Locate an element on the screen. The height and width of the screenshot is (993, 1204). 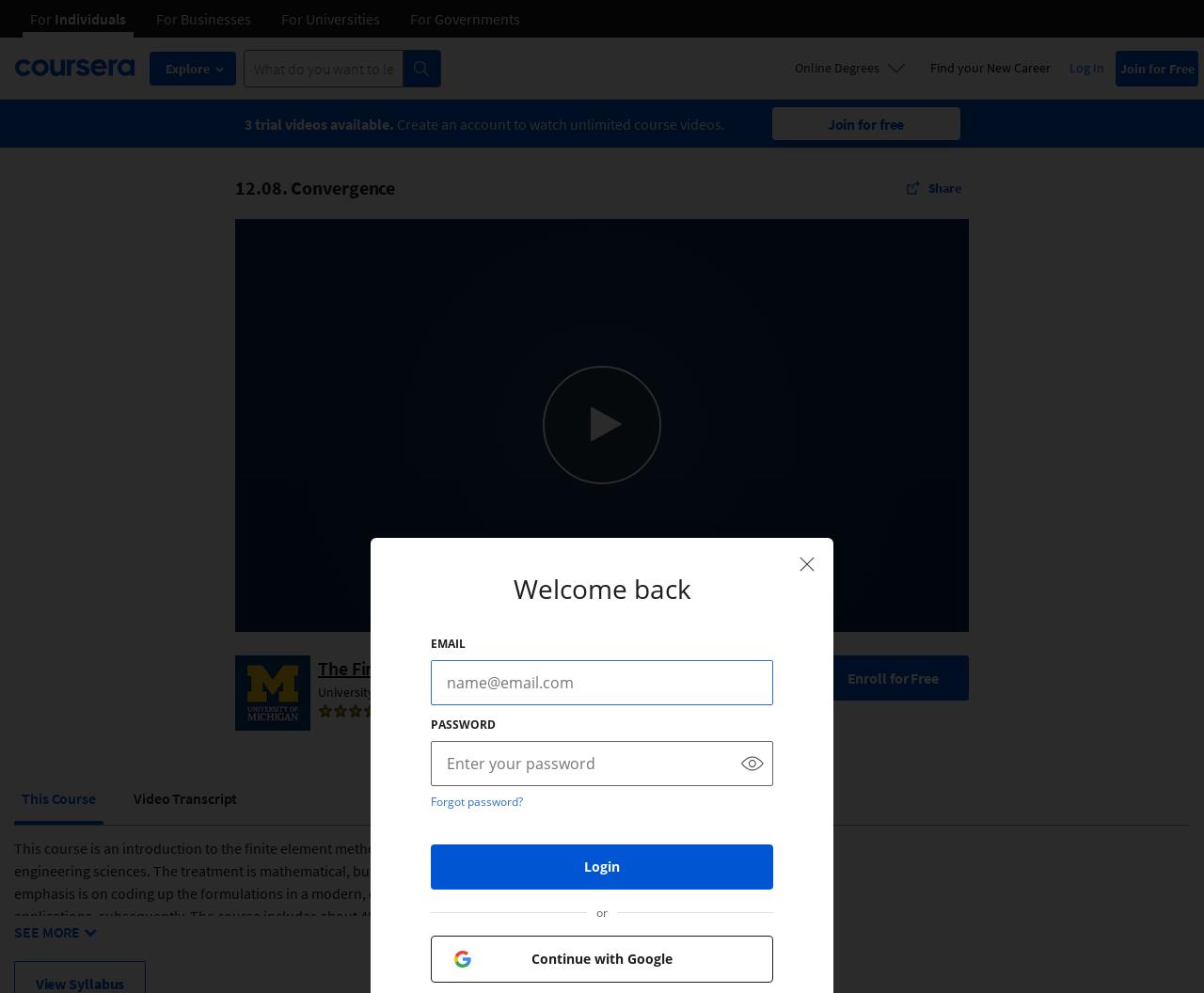
'Continue with Google' is located at coordinates (602, 957).